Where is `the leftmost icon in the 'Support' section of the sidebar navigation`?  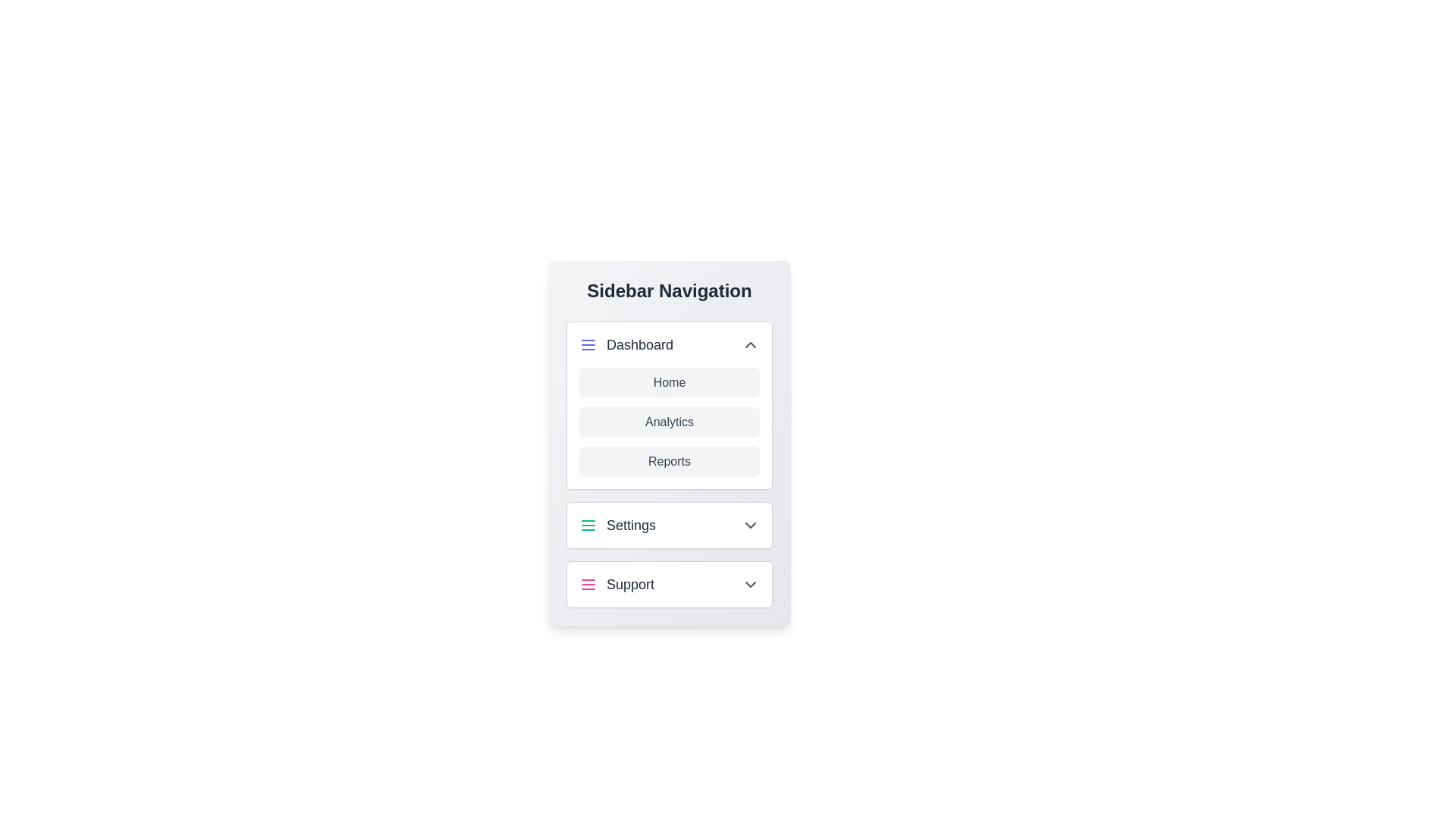 the leftmost icon in the 'Support' section of the sidebar navigation is located at coordinates (588, 584).